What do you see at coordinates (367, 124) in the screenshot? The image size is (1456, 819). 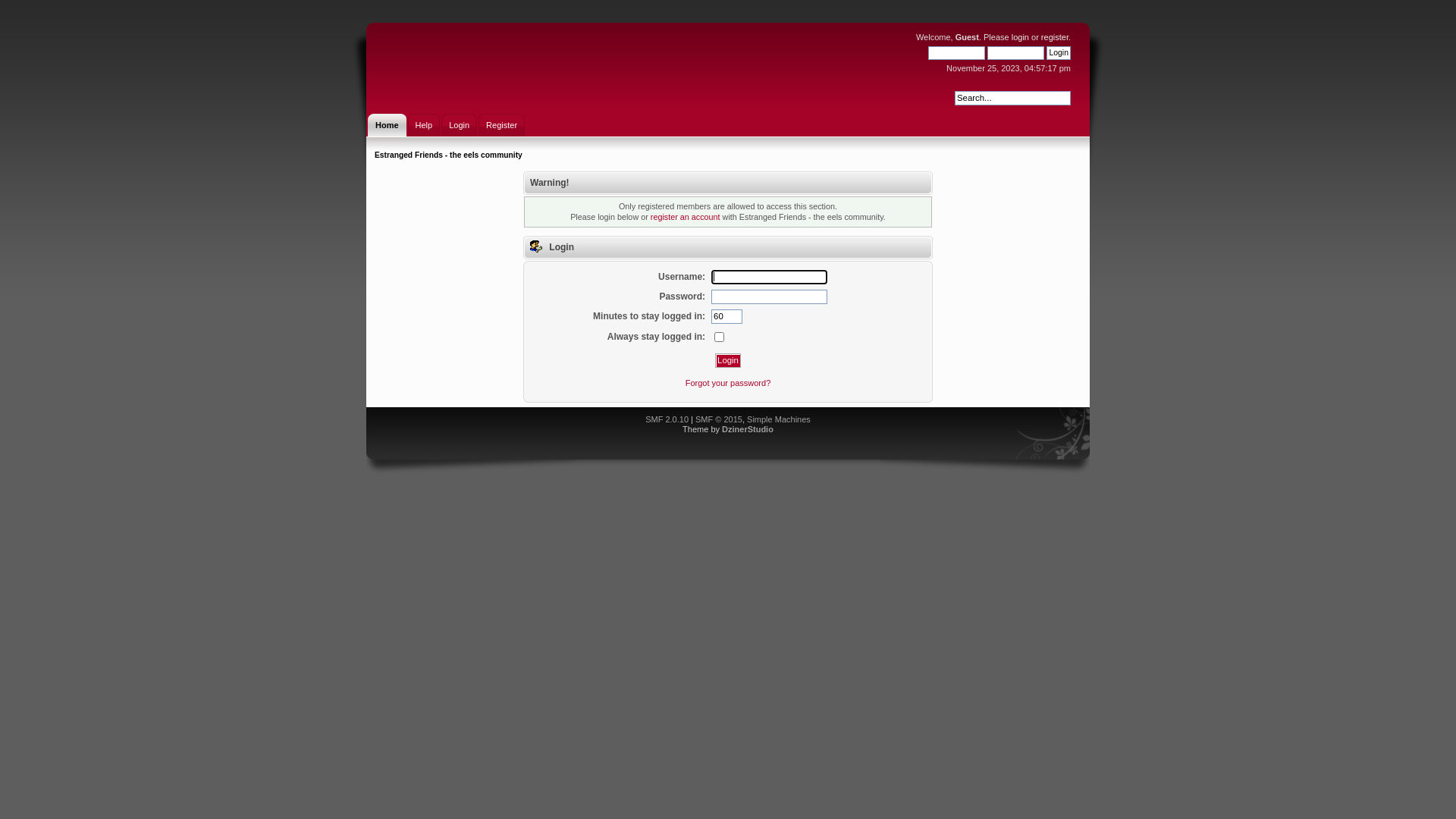 I see `'Home'` at bounding box center [367, 124].